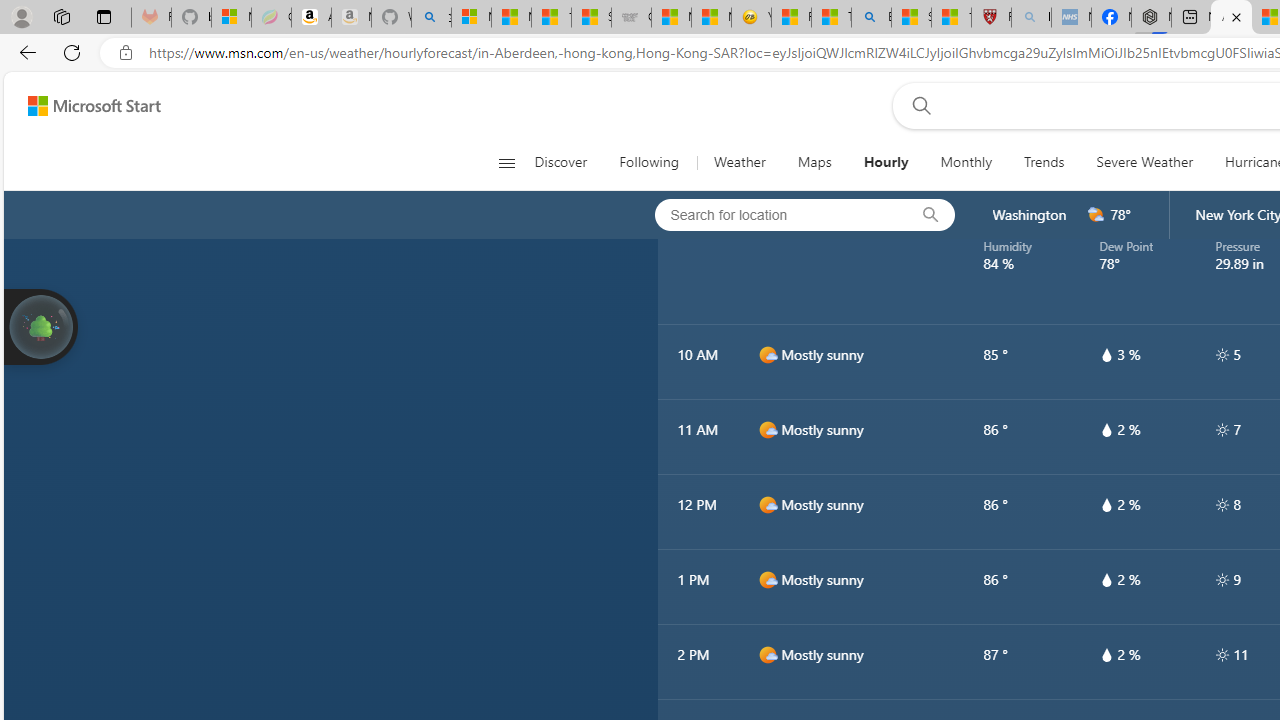  Describe the element at coordinates (766, 655) in the screenshot. I see `'d1000'` at that location.